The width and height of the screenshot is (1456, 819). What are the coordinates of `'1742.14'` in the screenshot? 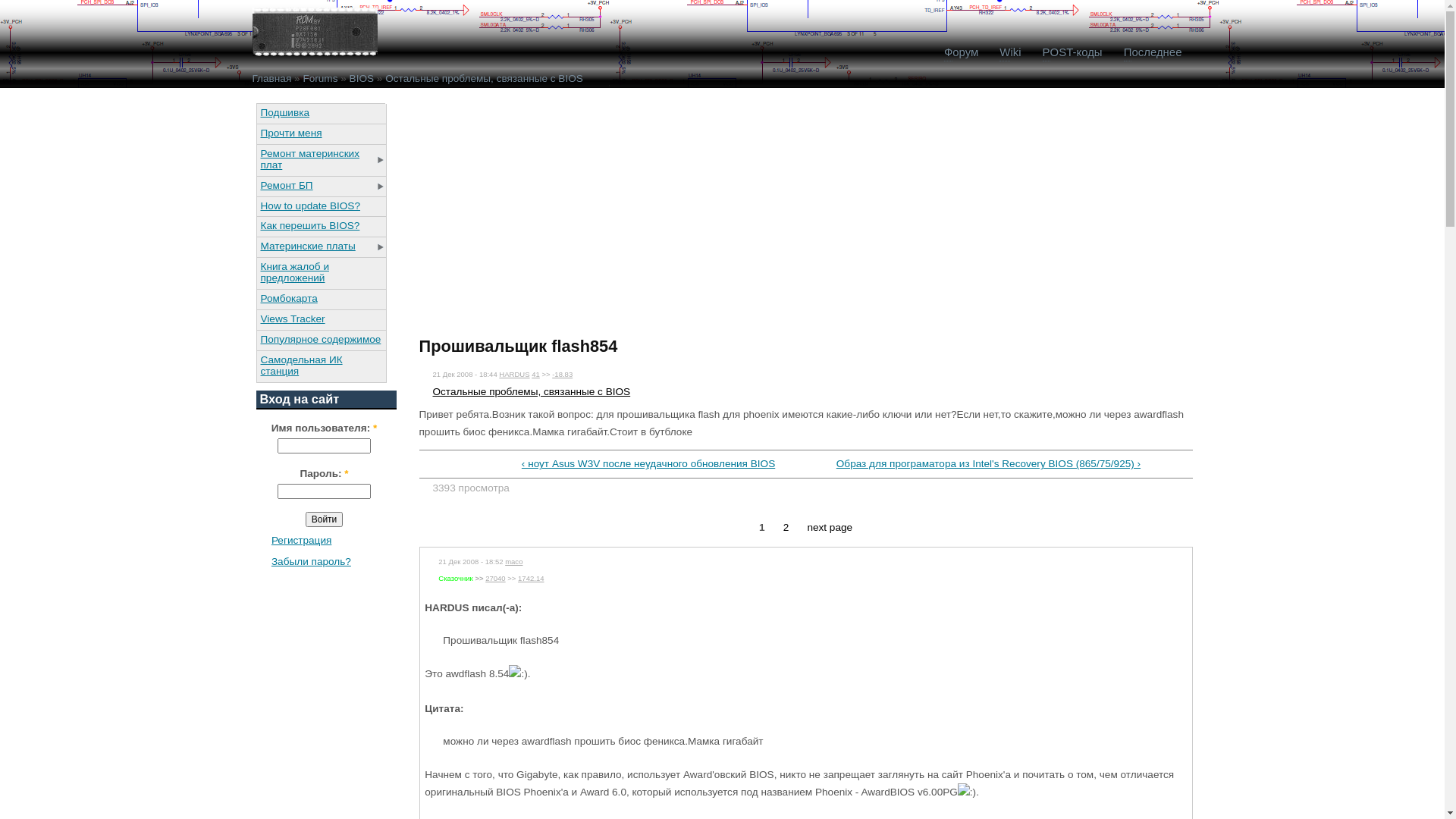 It's located at (531, 578).